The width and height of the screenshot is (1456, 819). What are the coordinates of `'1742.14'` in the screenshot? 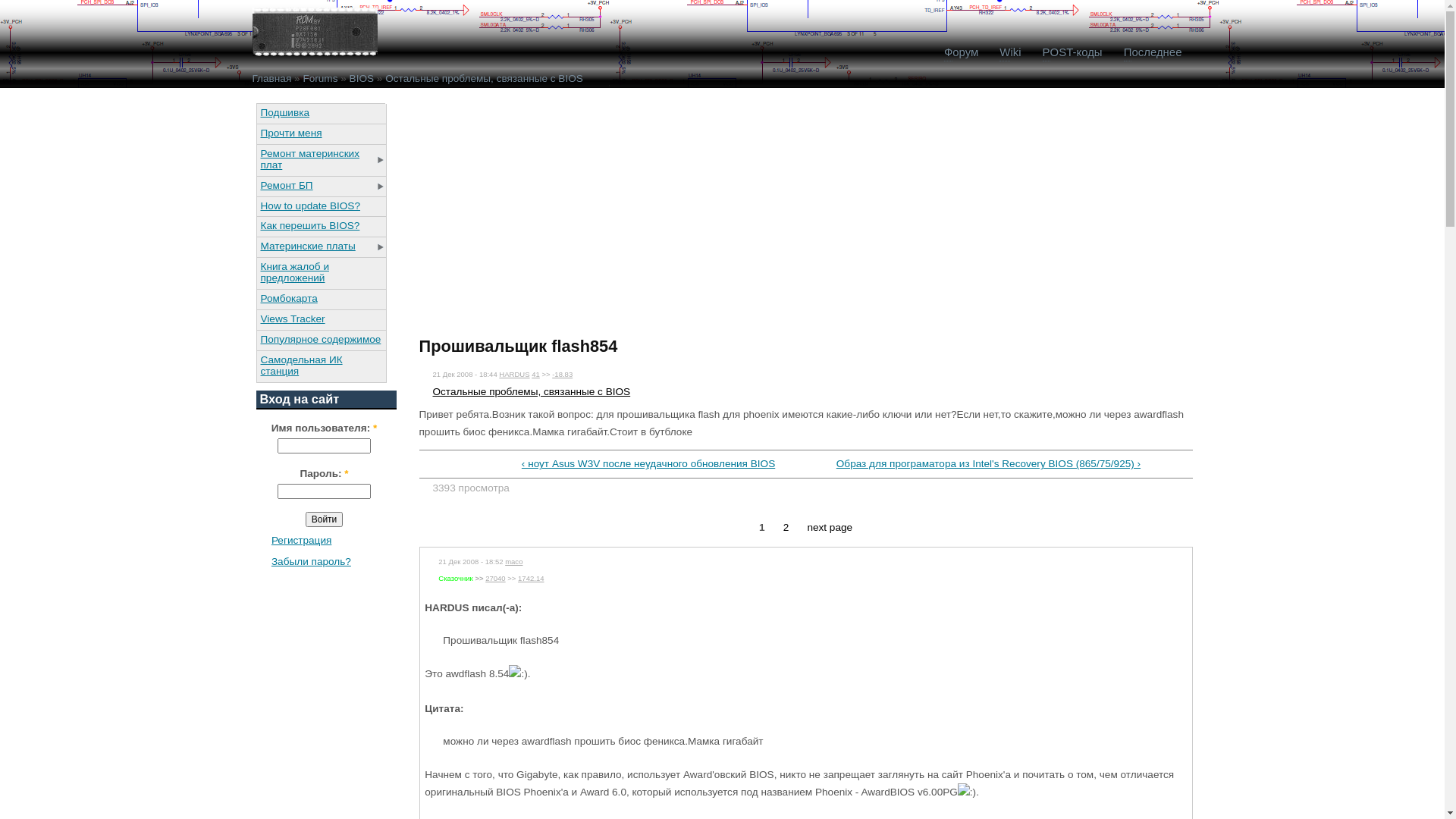 It's located at (531, 578).